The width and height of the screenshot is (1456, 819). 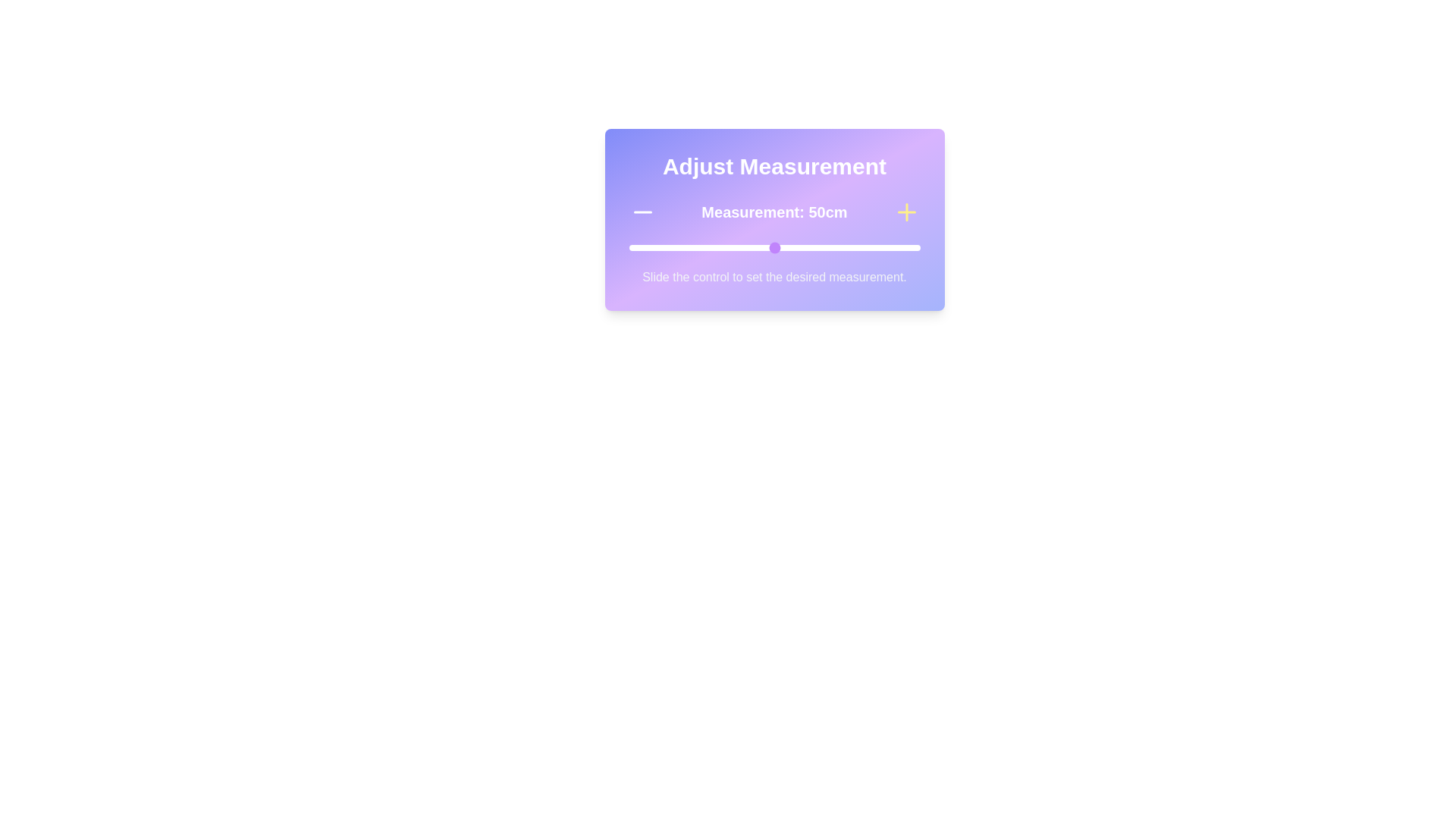 What do you see at coordinates (906, 212) in the screenshot?
I see `plus button to increase the measurement` at bounding box center [906, 212].